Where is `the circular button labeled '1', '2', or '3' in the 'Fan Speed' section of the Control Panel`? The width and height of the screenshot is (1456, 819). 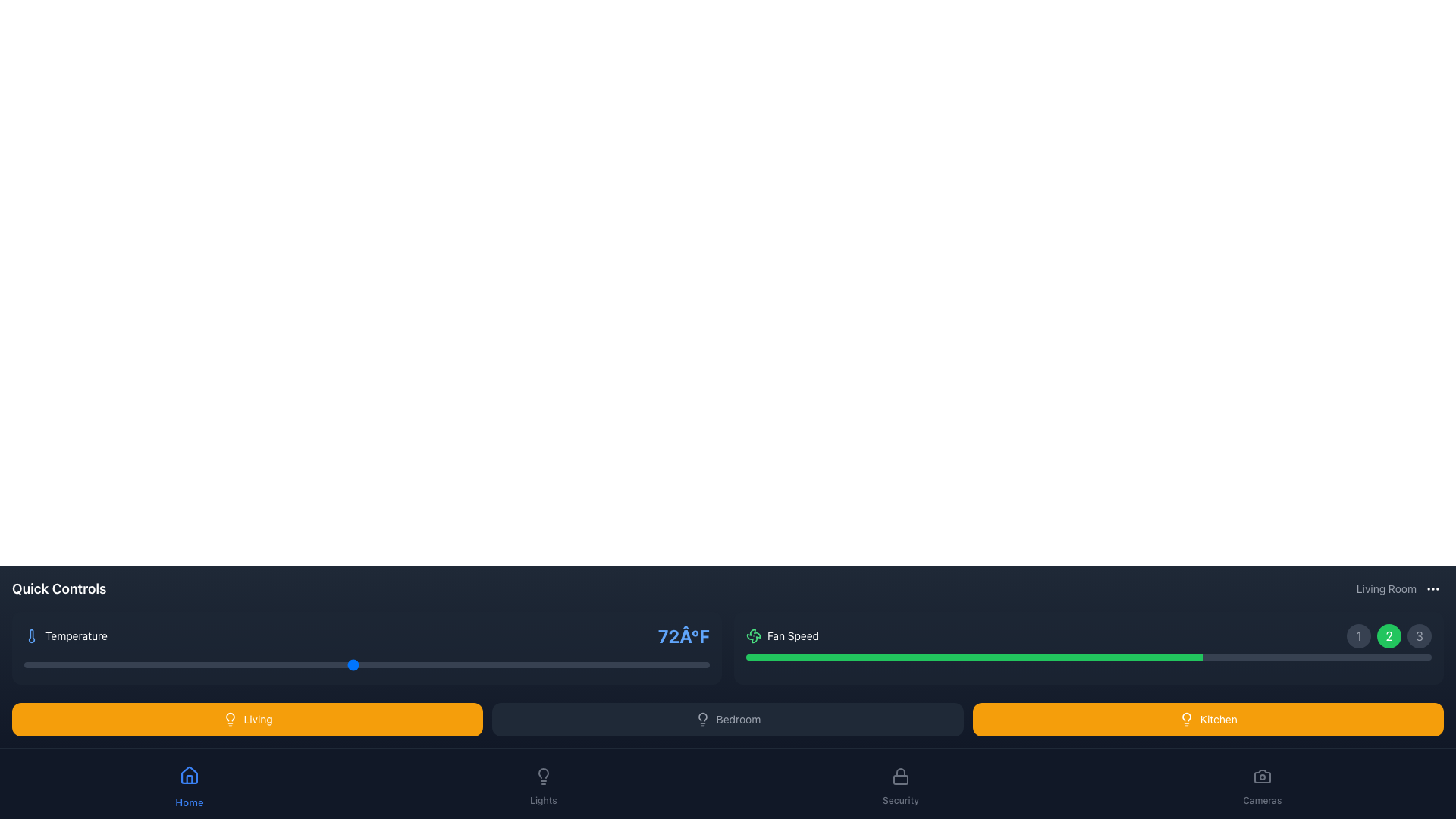 the circular button labeled '1', '2', or '3' in the 'Fan Speed' section of the Control Panel is located at coordinates (1087, 636).